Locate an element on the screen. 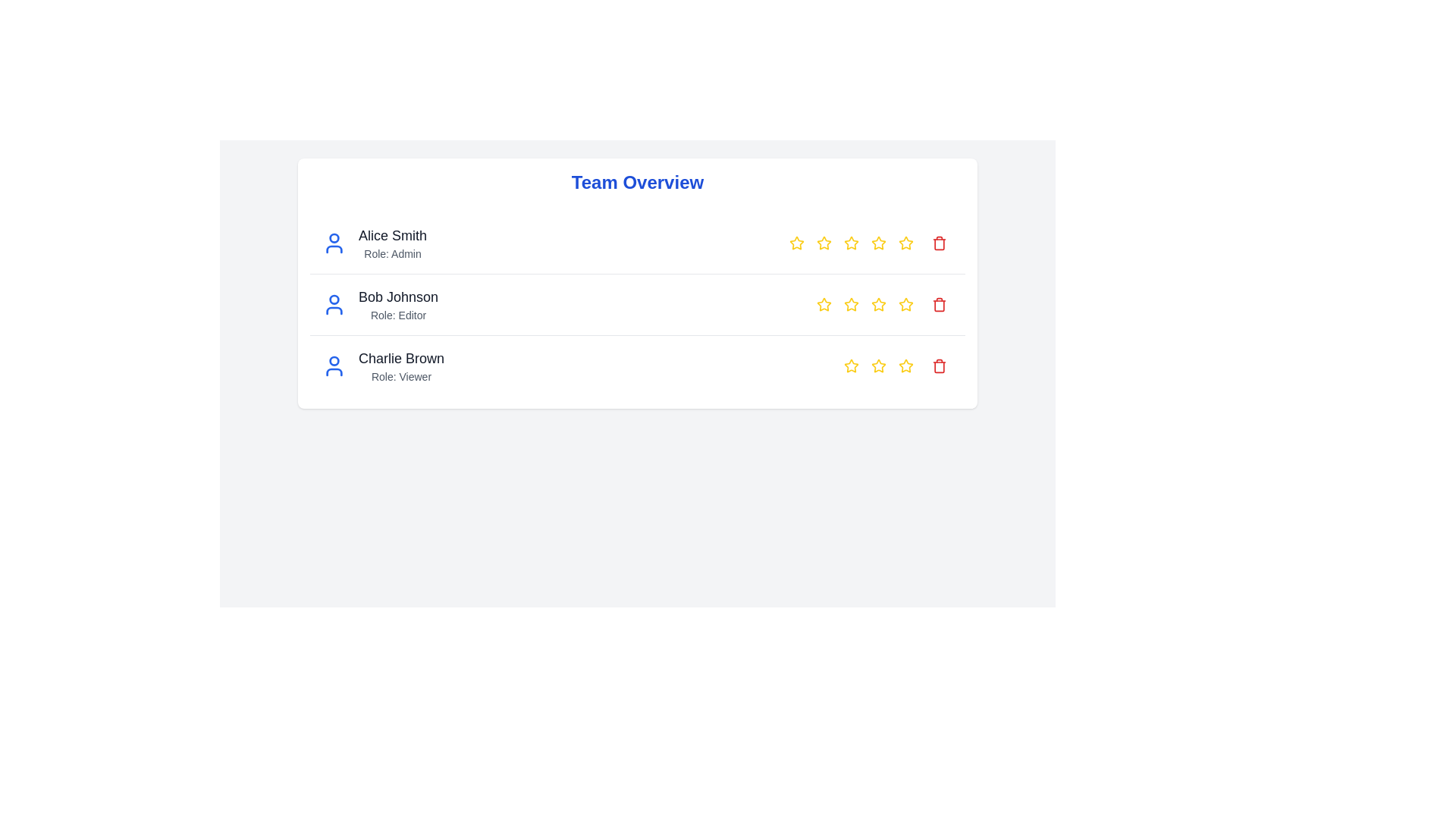  the red trash icon button located at the rightmost end of the row corresponding to 'Alice Smith' is located at coordinates (938, 242).